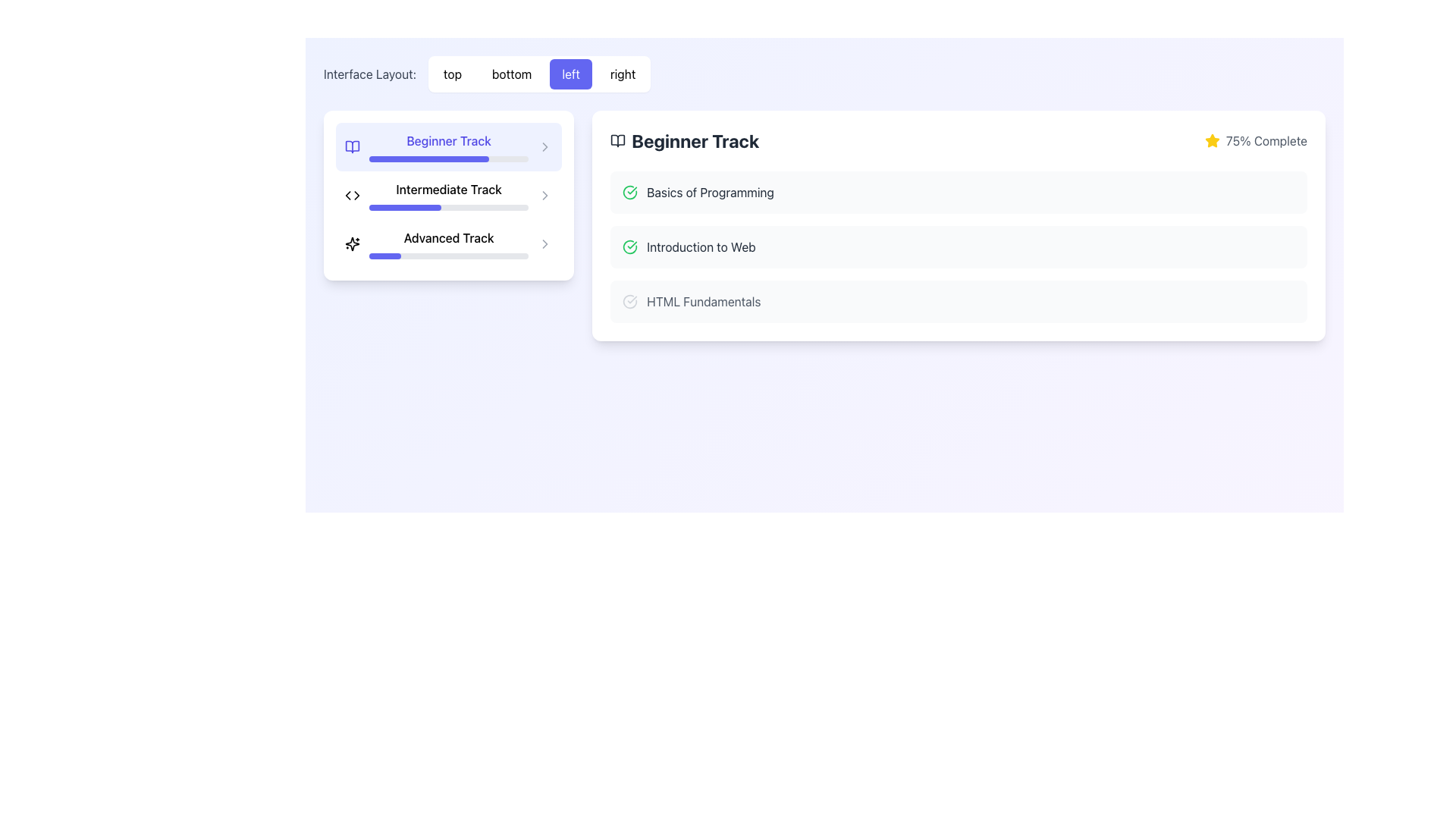  What do you see at coordinates (448, 195) in the screenshot?
I see `the 'Intermediate Track' button which is styled with a white background and rounded edges, positioned in the middle of a vertical list of course tracks` at bounding box center [448, 195].